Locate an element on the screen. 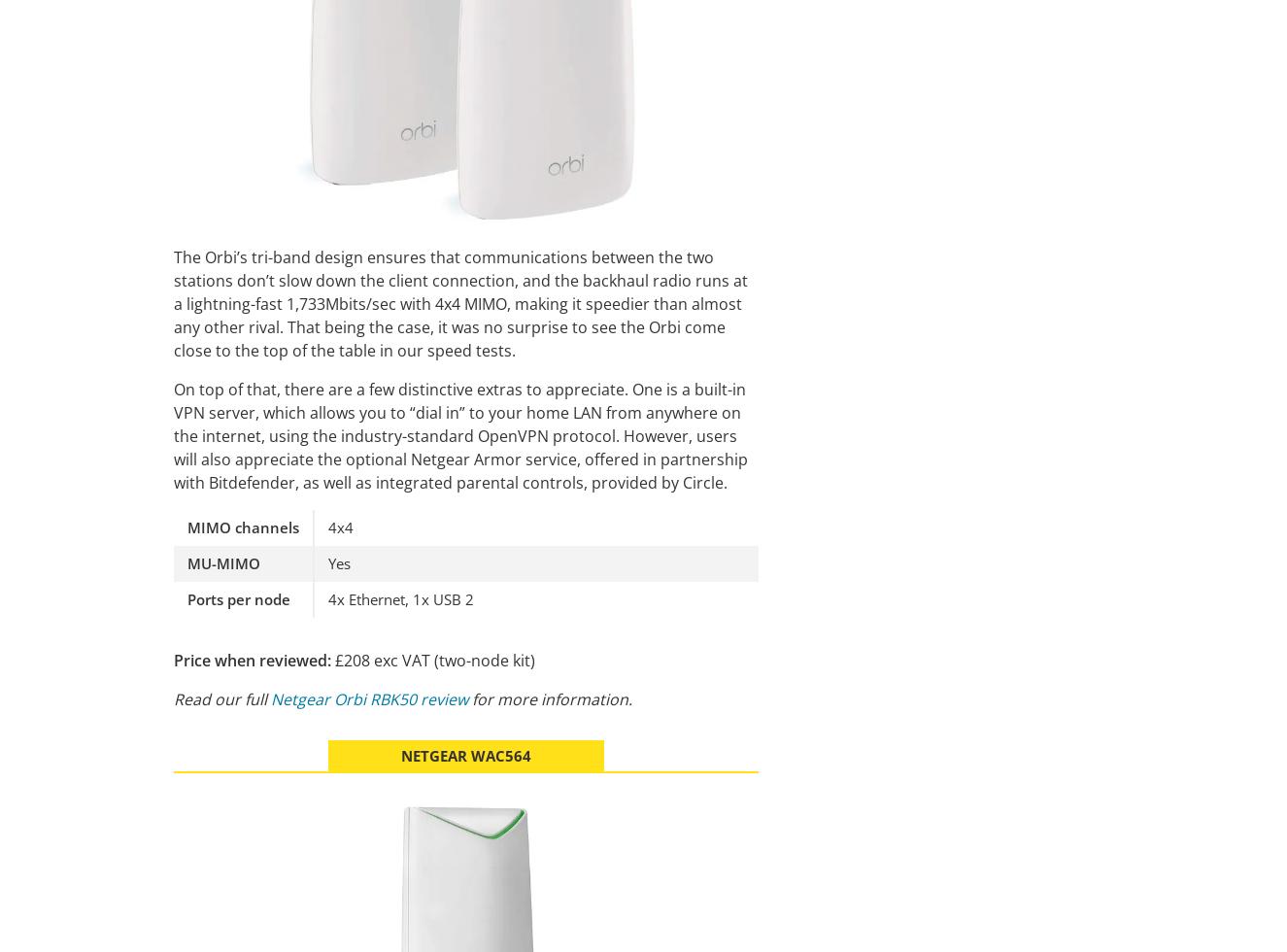 The image size is (1287, 952). 'Yes' is located at coordinates (338, 561).